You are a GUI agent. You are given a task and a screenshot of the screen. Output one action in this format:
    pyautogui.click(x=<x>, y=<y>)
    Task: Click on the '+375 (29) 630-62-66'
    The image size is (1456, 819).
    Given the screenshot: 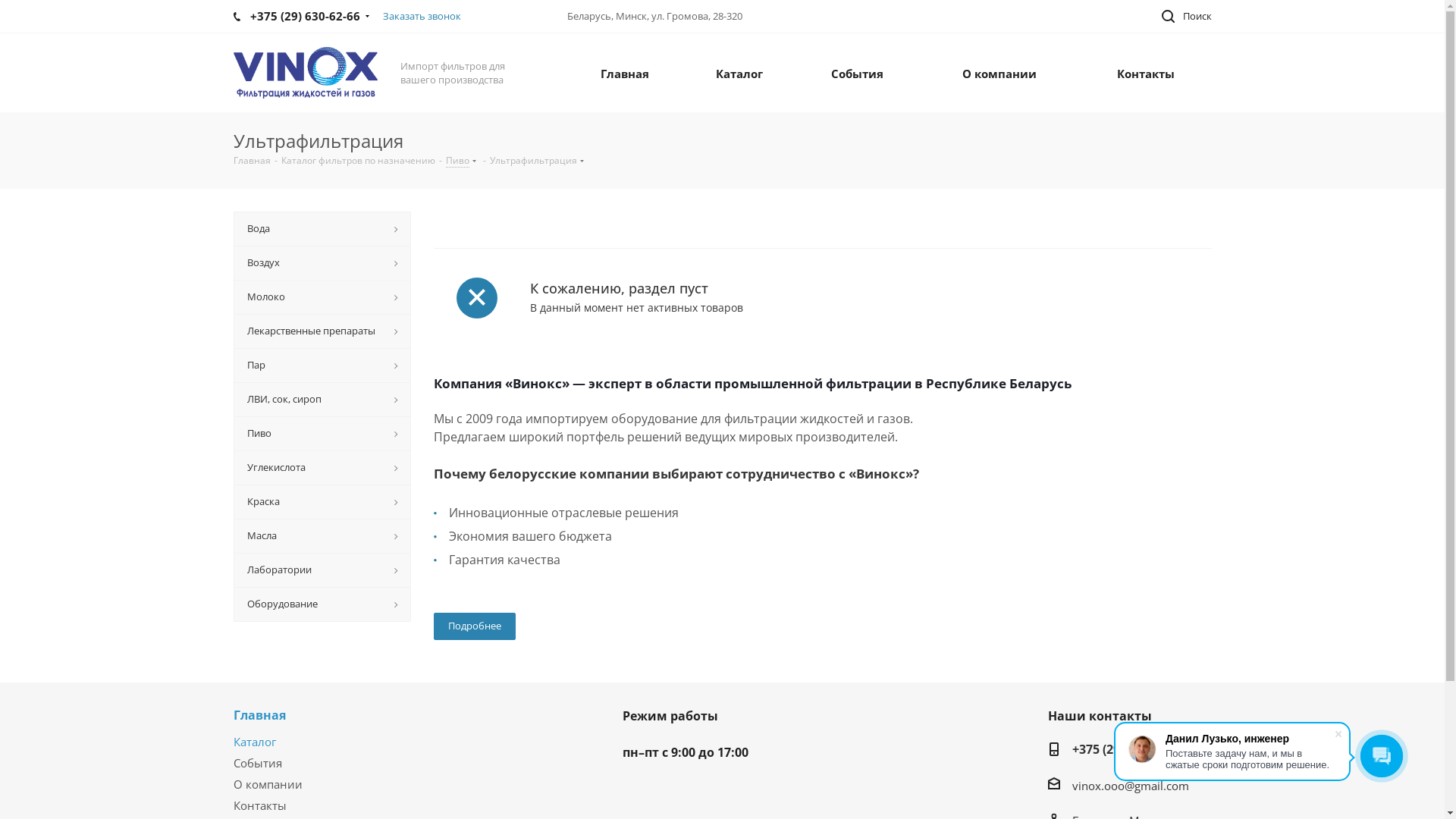 What is the action you would take?
    pyautogui.click(x=1127, y=749)
    